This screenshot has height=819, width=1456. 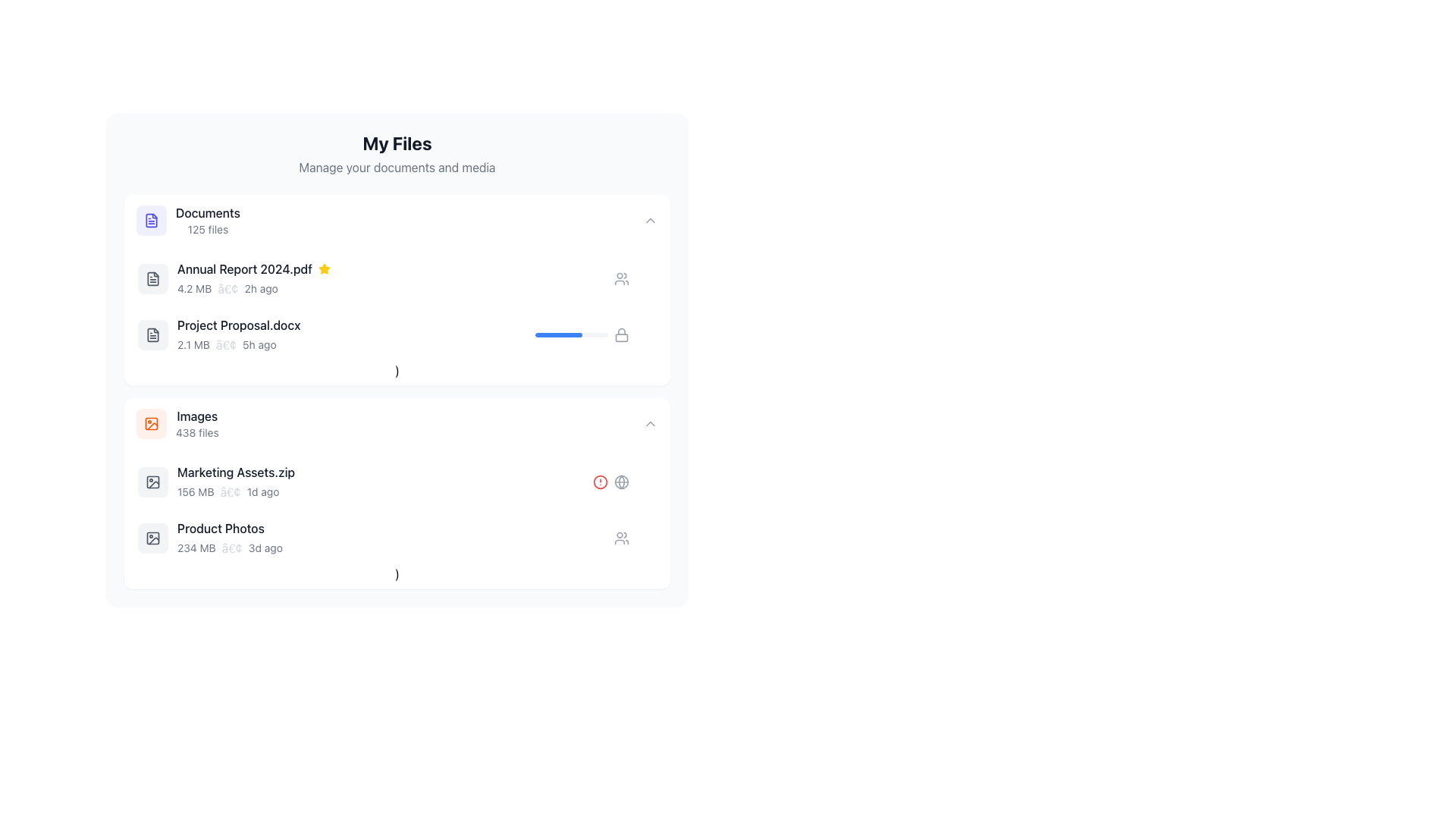 I want to click on the text label displaying 'Marketing Assets.zip', located in the list structure under the 'Images' category, so click(x=385, y=472).